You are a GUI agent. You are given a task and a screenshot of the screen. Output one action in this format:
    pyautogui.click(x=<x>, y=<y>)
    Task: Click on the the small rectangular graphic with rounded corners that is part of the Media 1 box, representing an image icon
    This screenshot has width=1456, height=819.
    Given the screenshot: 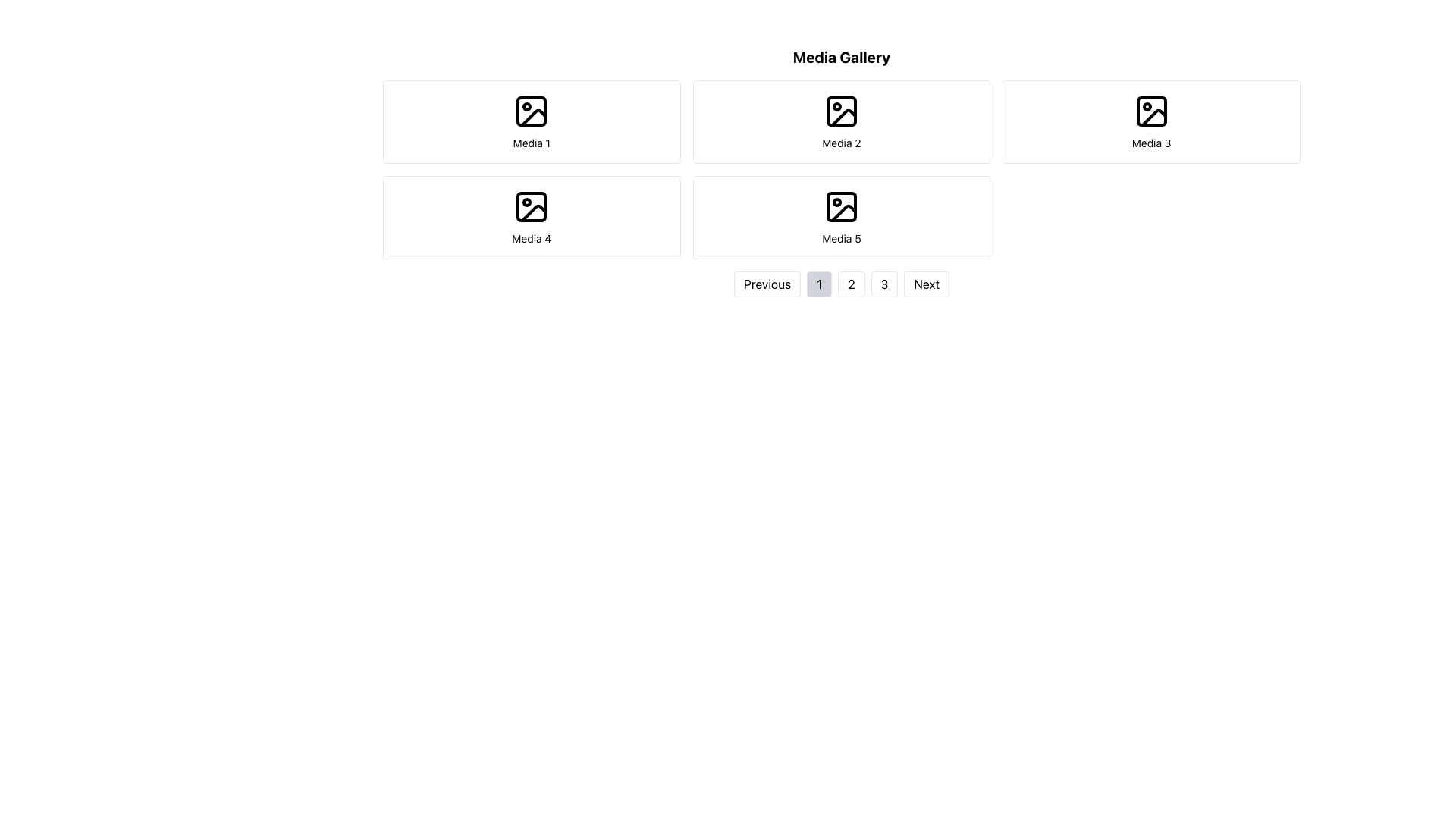 What is the action you would take?
    pyautogui.click(x=532, y=110)
    